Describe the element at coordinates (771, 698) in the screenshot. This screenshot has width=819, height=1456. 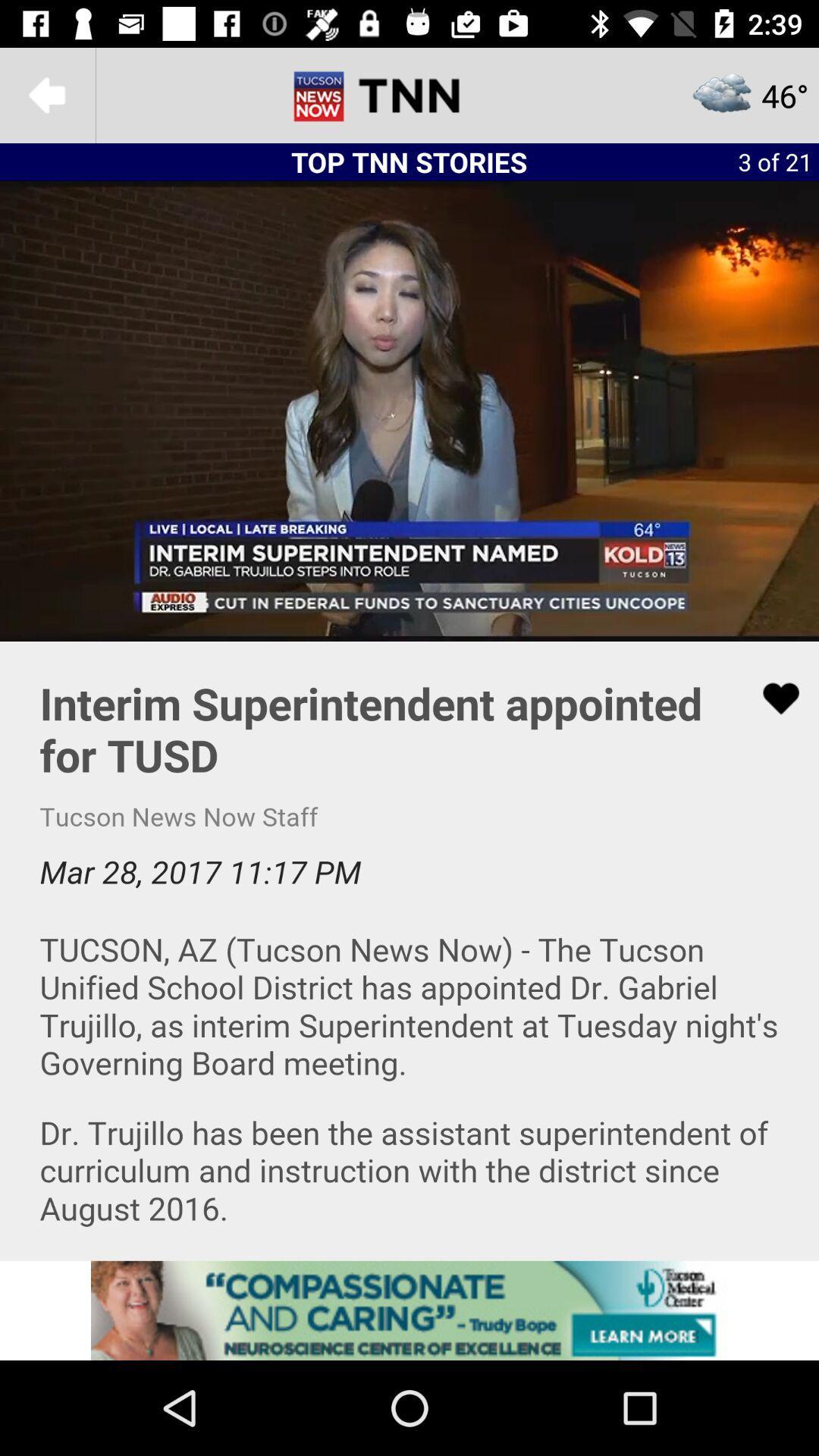
I see `indicate like` at that location.